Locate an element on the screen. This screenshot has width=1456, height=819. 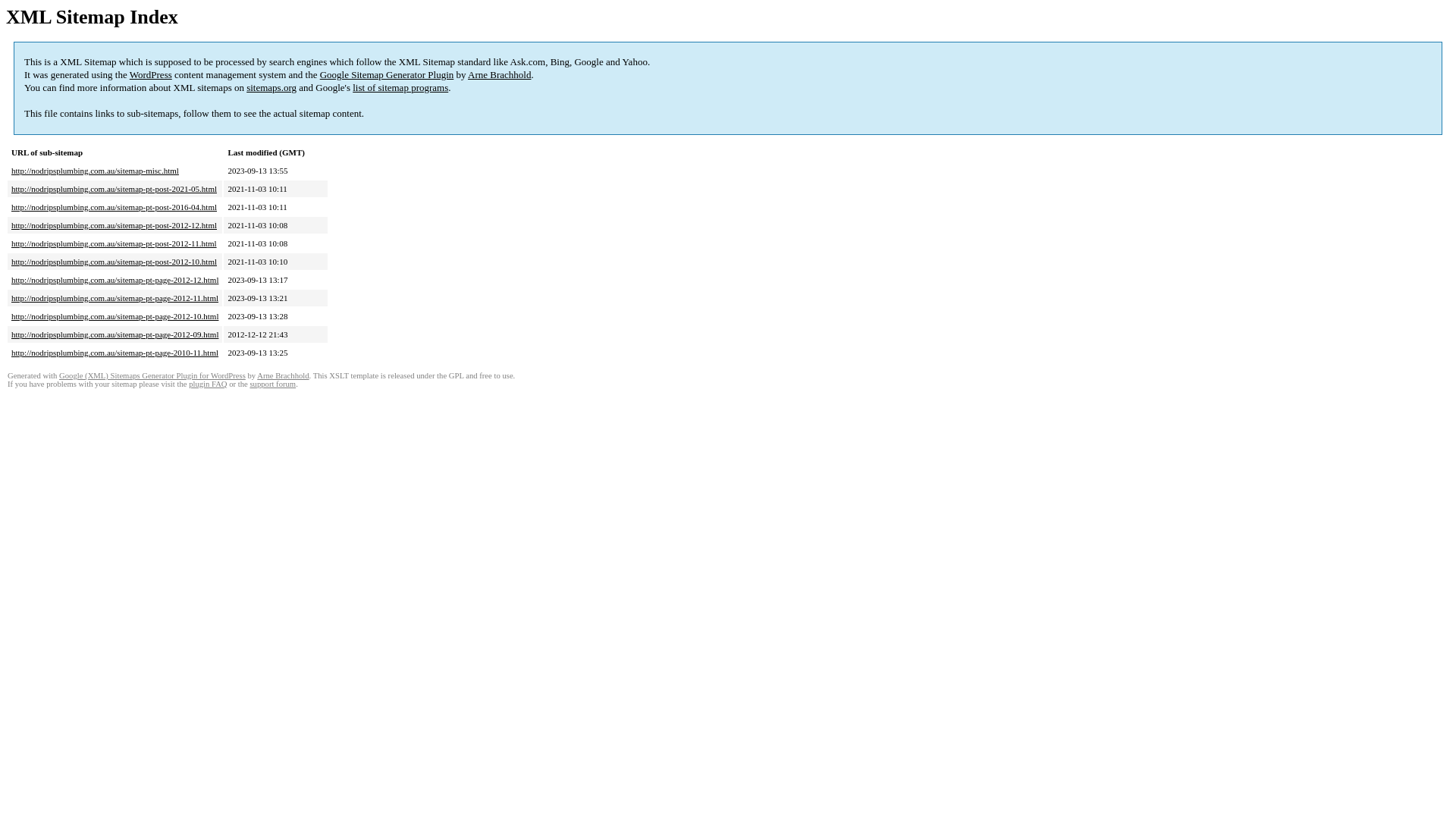
'plugin FAQ' is located at coordinates (206, 383).